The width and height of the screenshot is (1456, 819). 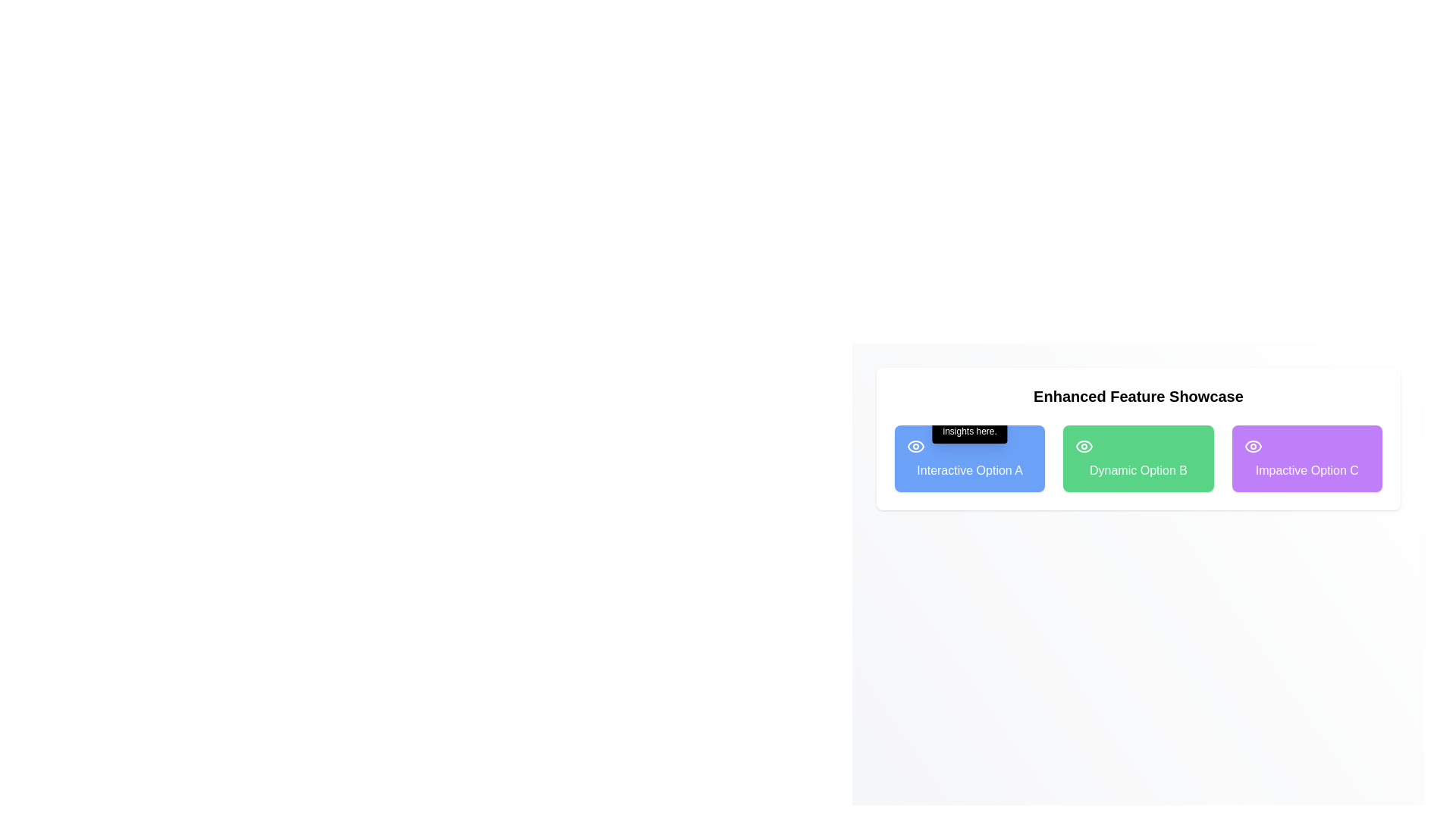 I want to click on the tooltip located above the blue button labeled 'Interactive Option A' in the 'Enhanced Feature Showcase' section, so click(x=969, y=419).